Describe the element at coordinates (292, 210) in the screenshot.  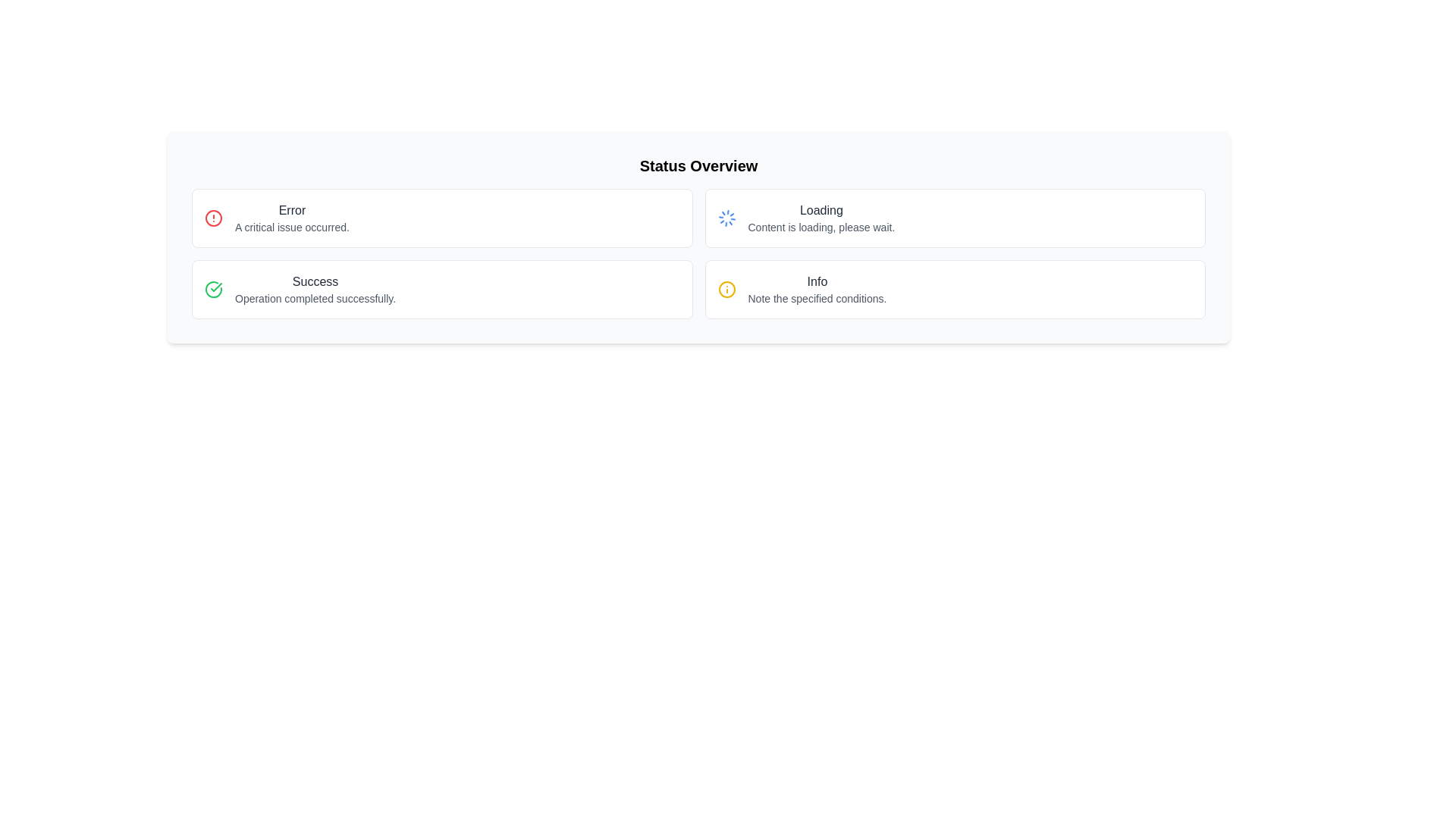
I see `the text label indicating the title of the status message labeled 'Error', which is positioned in the top-left quadrant of the white card containing the error notification` at that location.